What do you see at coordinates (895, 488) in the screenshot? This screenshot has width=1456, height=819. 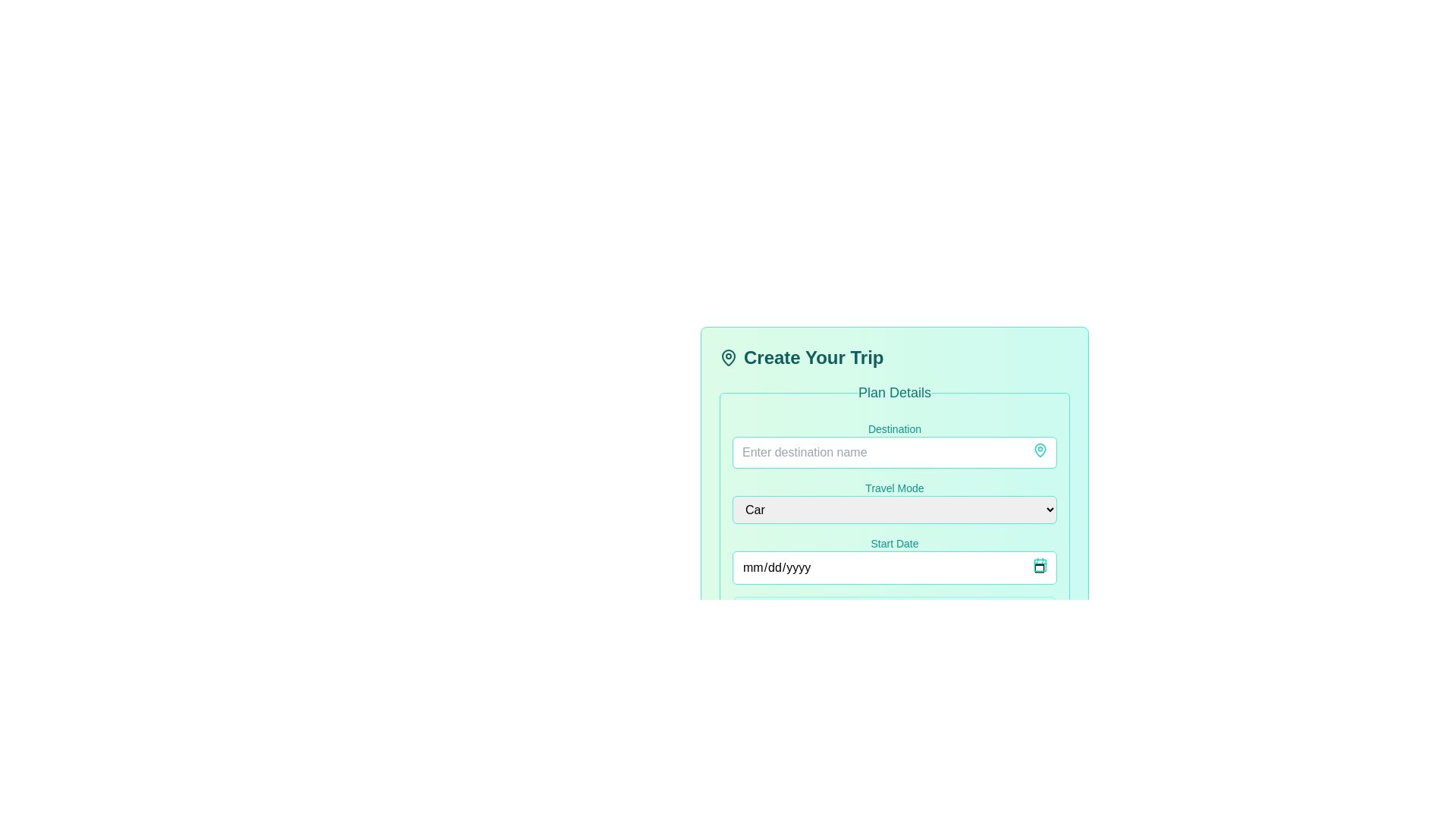 I see `label that indicates the purpose of the dropdown for selecting a travel mode, located in the 'Plan Details' section of the 'Create Your Trip' form, right above the 'Car' dropdown` at bounding box center [895, 488].